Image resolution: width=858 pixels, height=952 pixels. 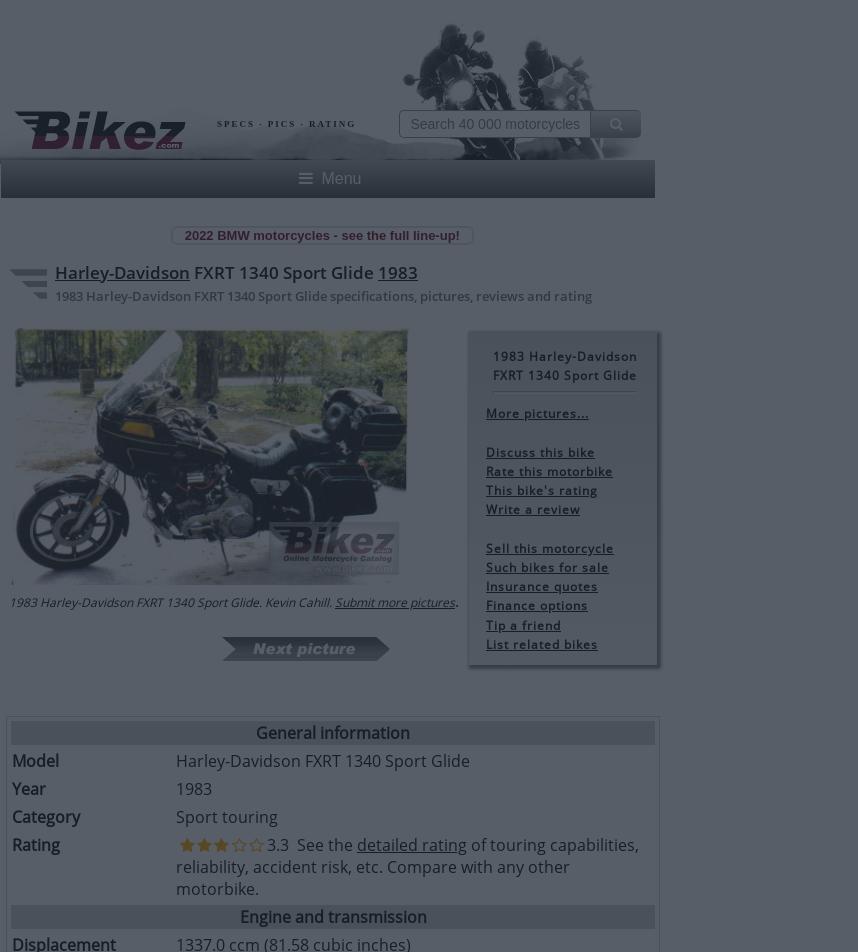 What do you see at coordinates (172, 602) in the screenshot?
I see `'1983 Harley-Davidson FXRT 1340 Sport Glide. Kevin Cahill.'` at bounding box center [172, 602].